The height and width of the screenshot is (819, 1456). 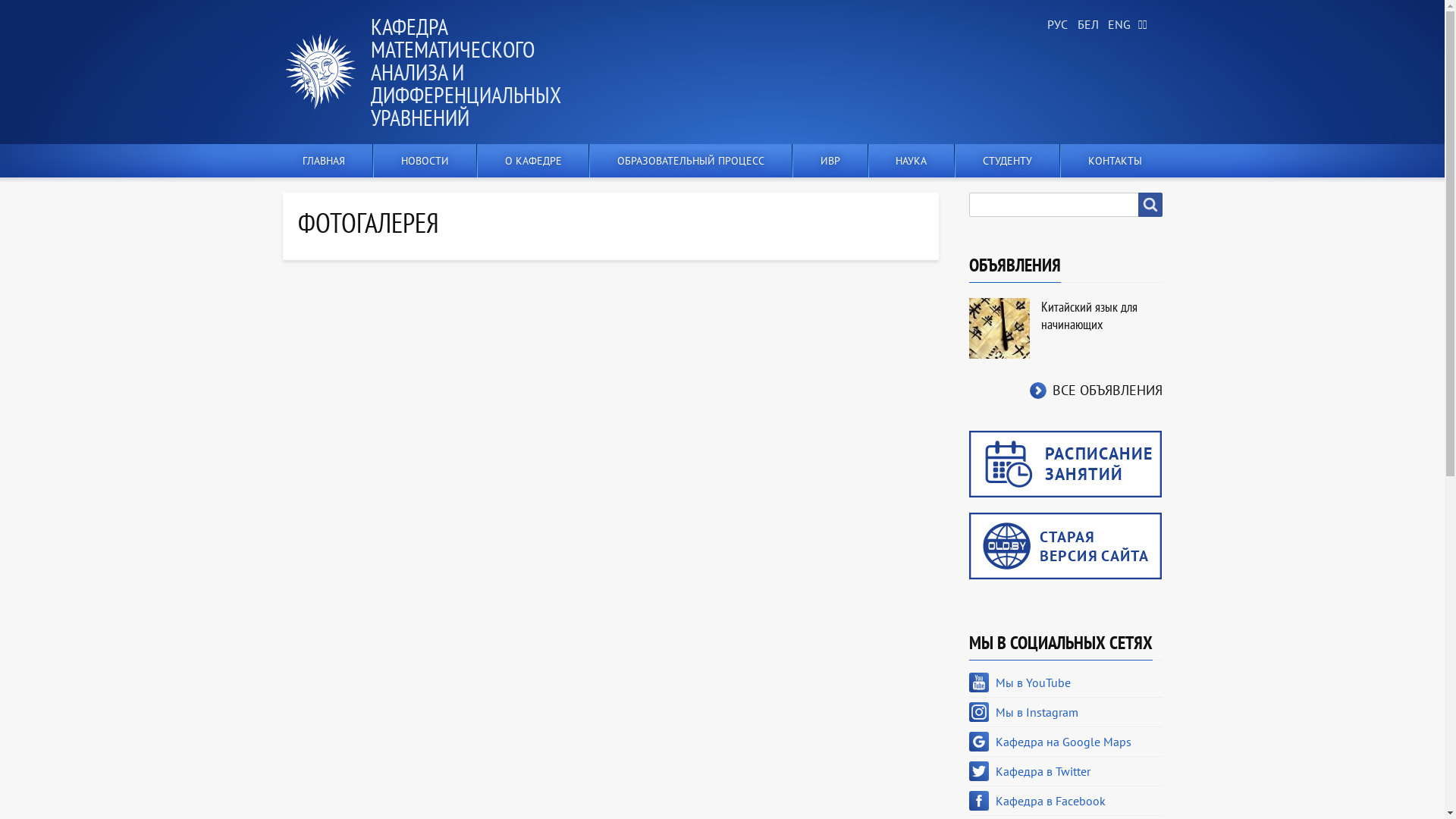 I want to click on 'English', so click(x=1116, y=25).